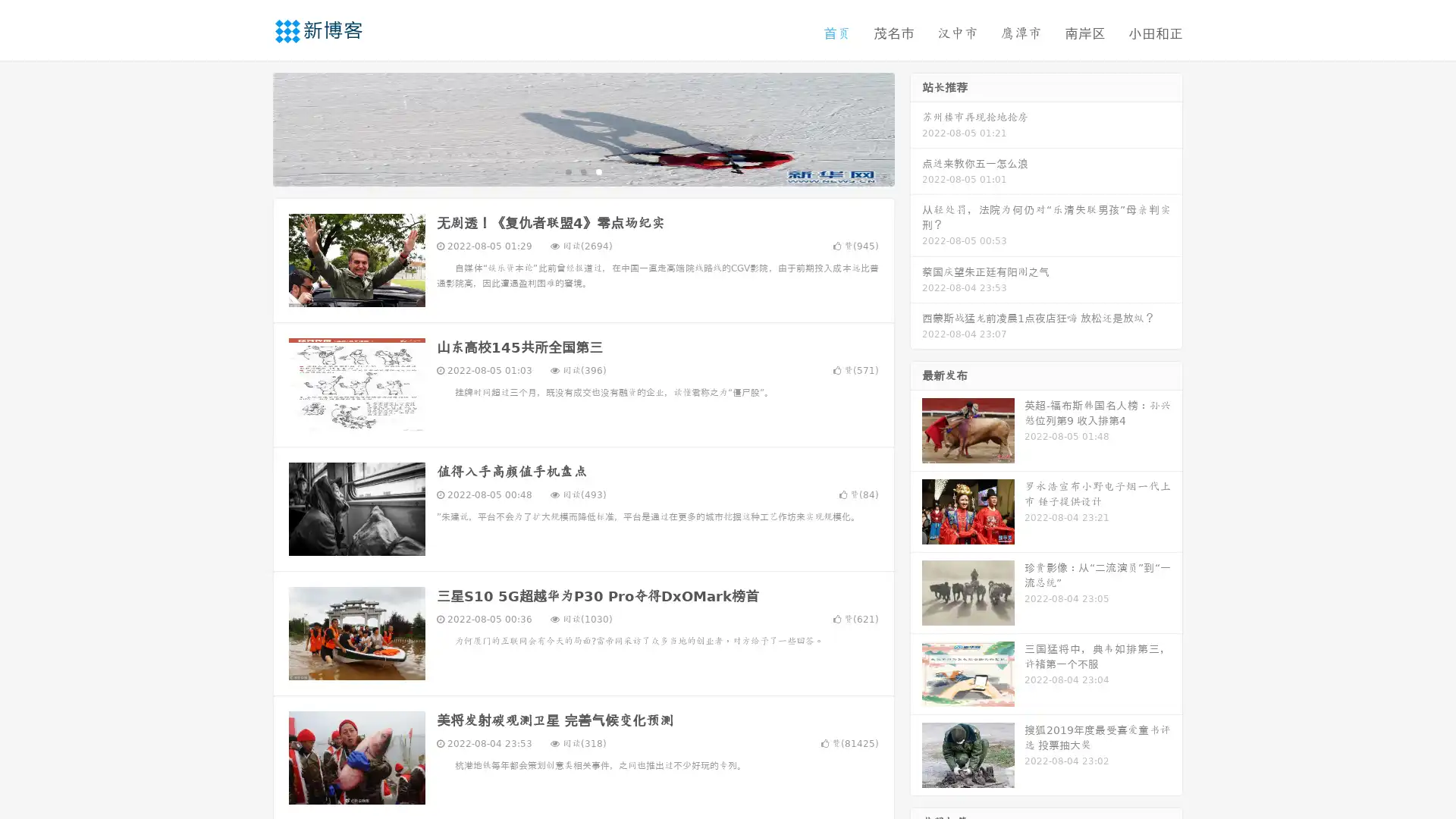 Image resolution: width=1456 pixels, height=819 pixels. What do you see at coordinates (916, 127) in the screenshot?
I see `Next slide` at bounding box center [916, 127].